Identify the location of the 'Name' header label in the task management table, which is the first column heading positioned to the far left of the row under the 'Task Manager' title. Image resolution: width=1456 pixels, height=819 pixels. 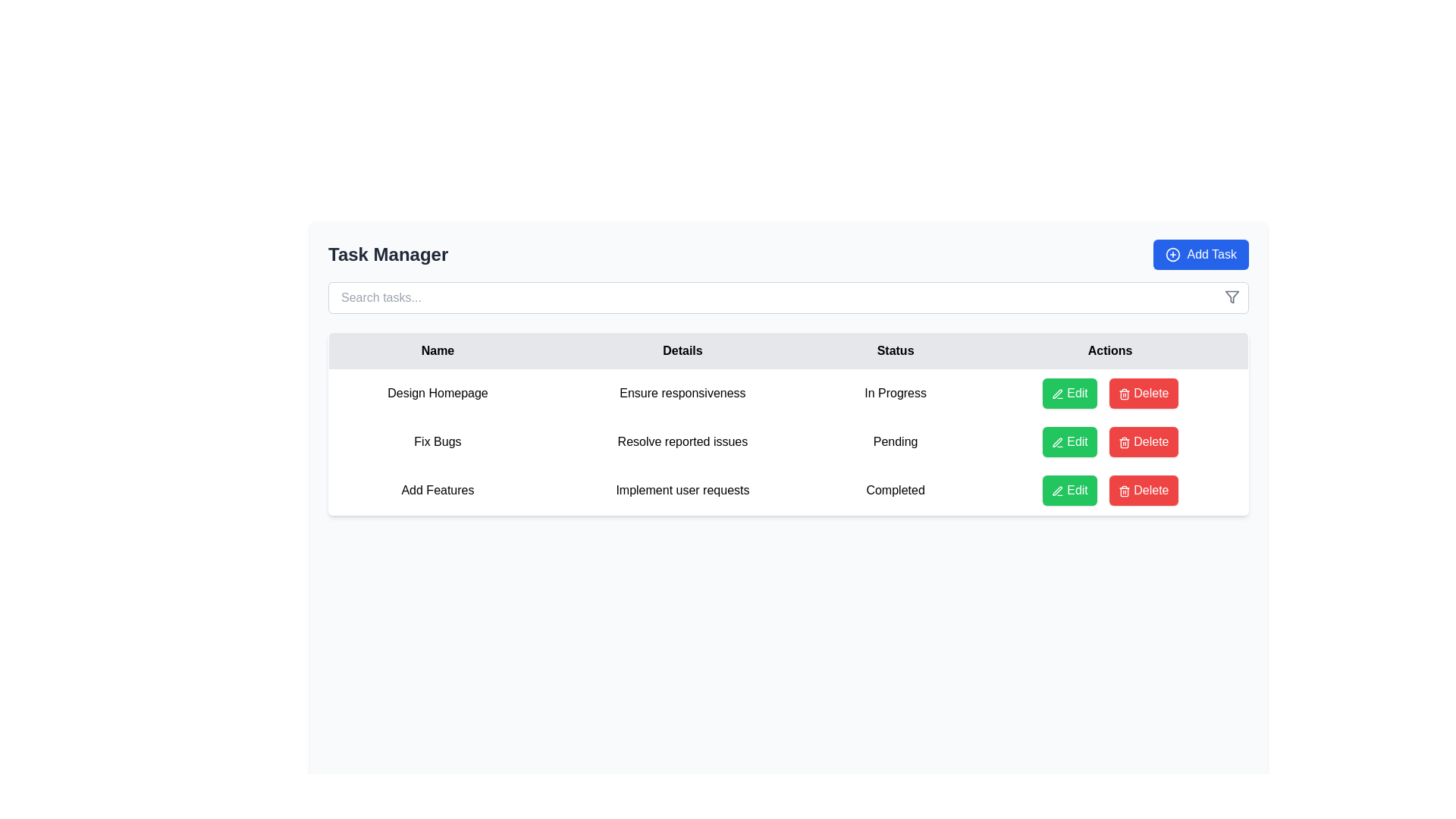
(437, 350).